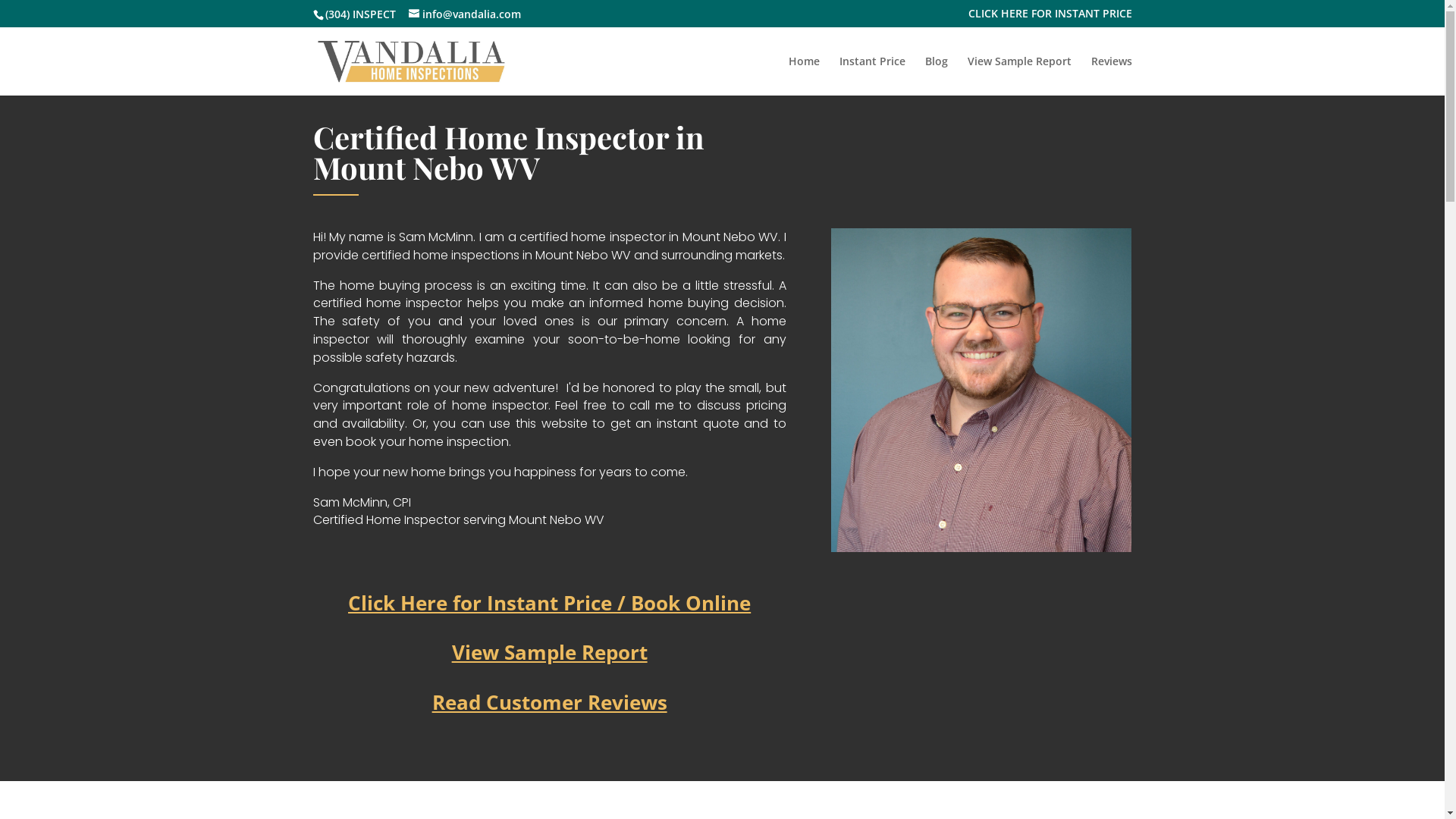  I want to click on 'info@vandalia.com', so click(463, 13).